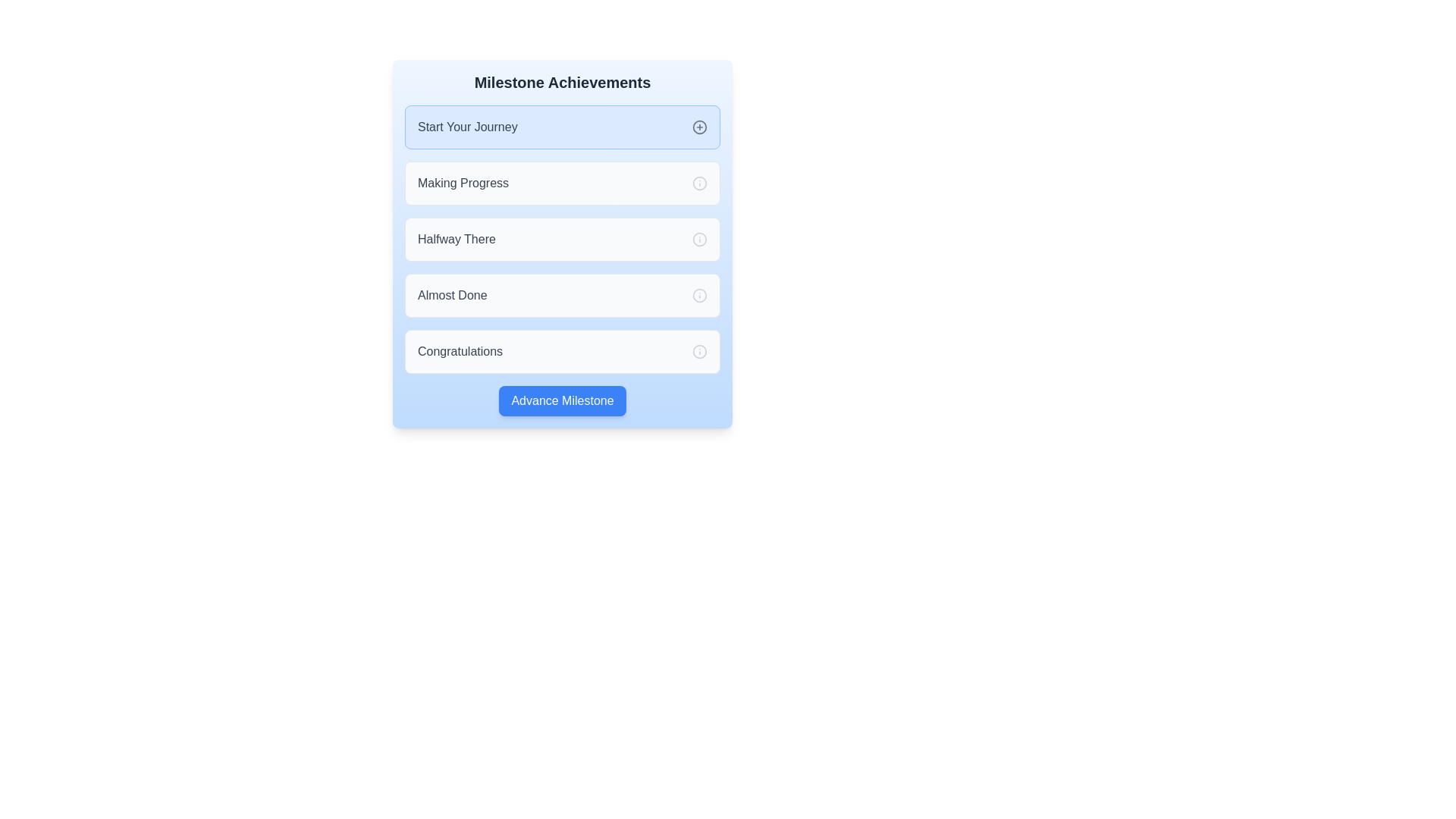 The image size is (1456, 819). What do you see at coordinates (562, 183) in the screenshot?
I see `the milestone item in the progress tracker that indicates the 'Making Progress' phase` at bounding box center [562, 183].